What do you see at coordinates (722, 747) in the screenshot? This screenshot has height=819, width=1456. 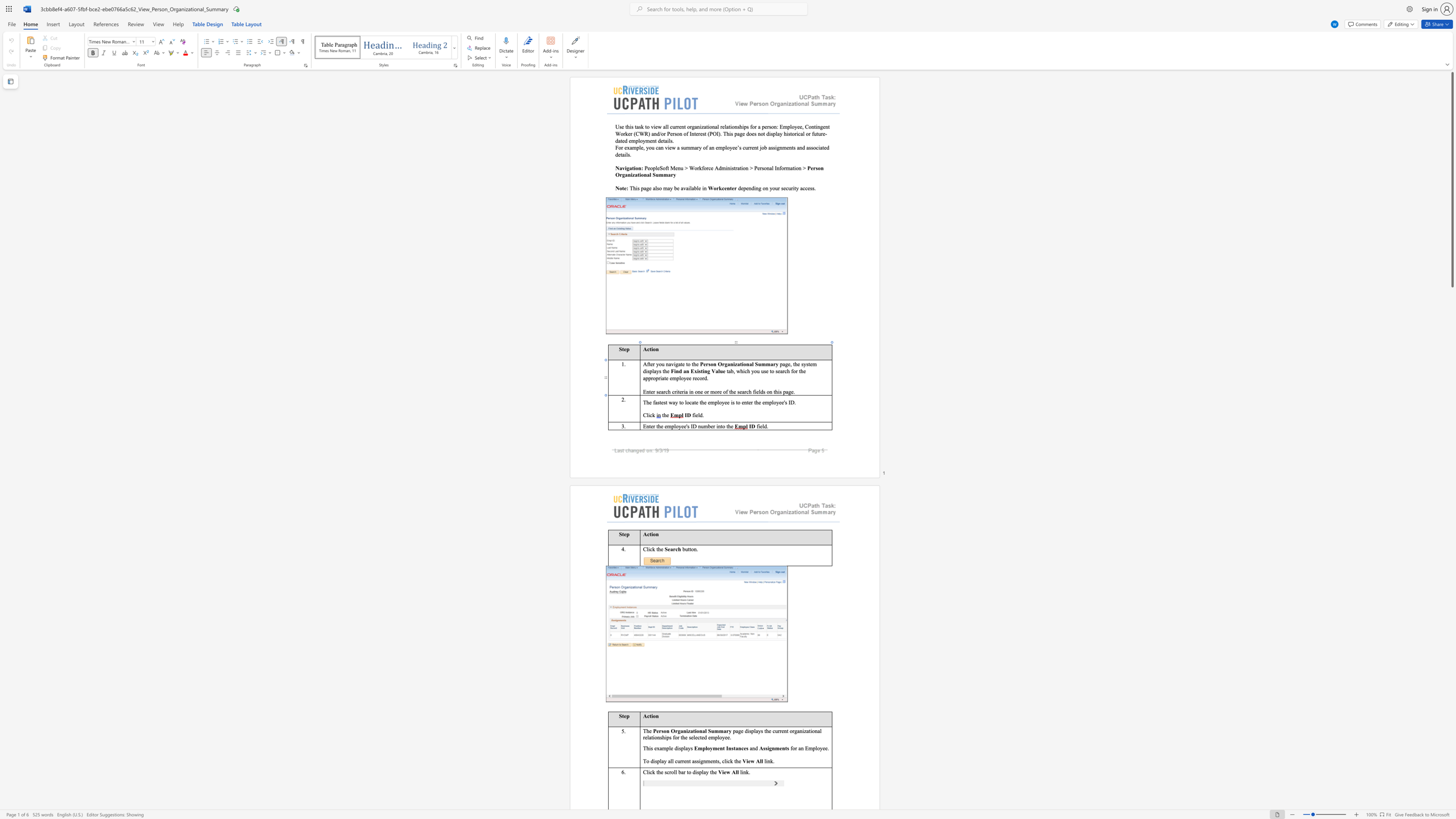 I see `the space between the continuous character "n" and "t" in the text` at bounding box center [722, 747].